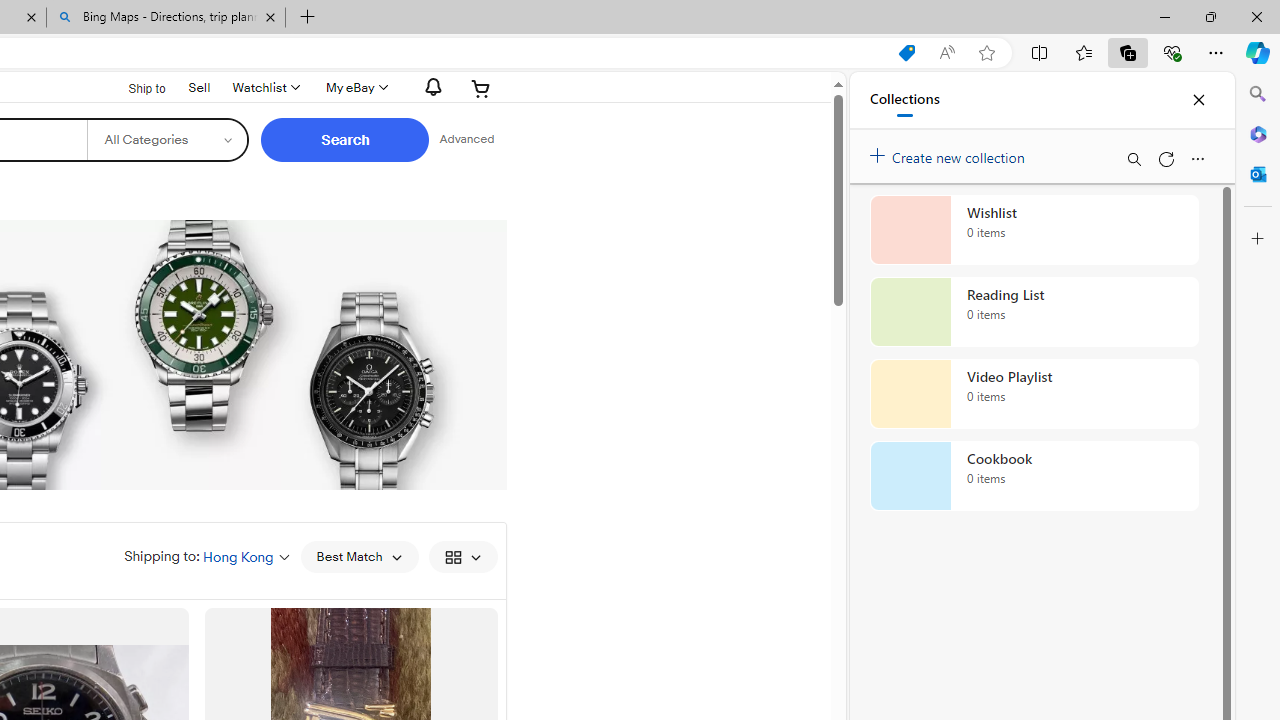 This screenshot has height=720, width=1280. Describe the element at coordinates (199, 85) in the screenshot. I see `'Sell'` at that location.